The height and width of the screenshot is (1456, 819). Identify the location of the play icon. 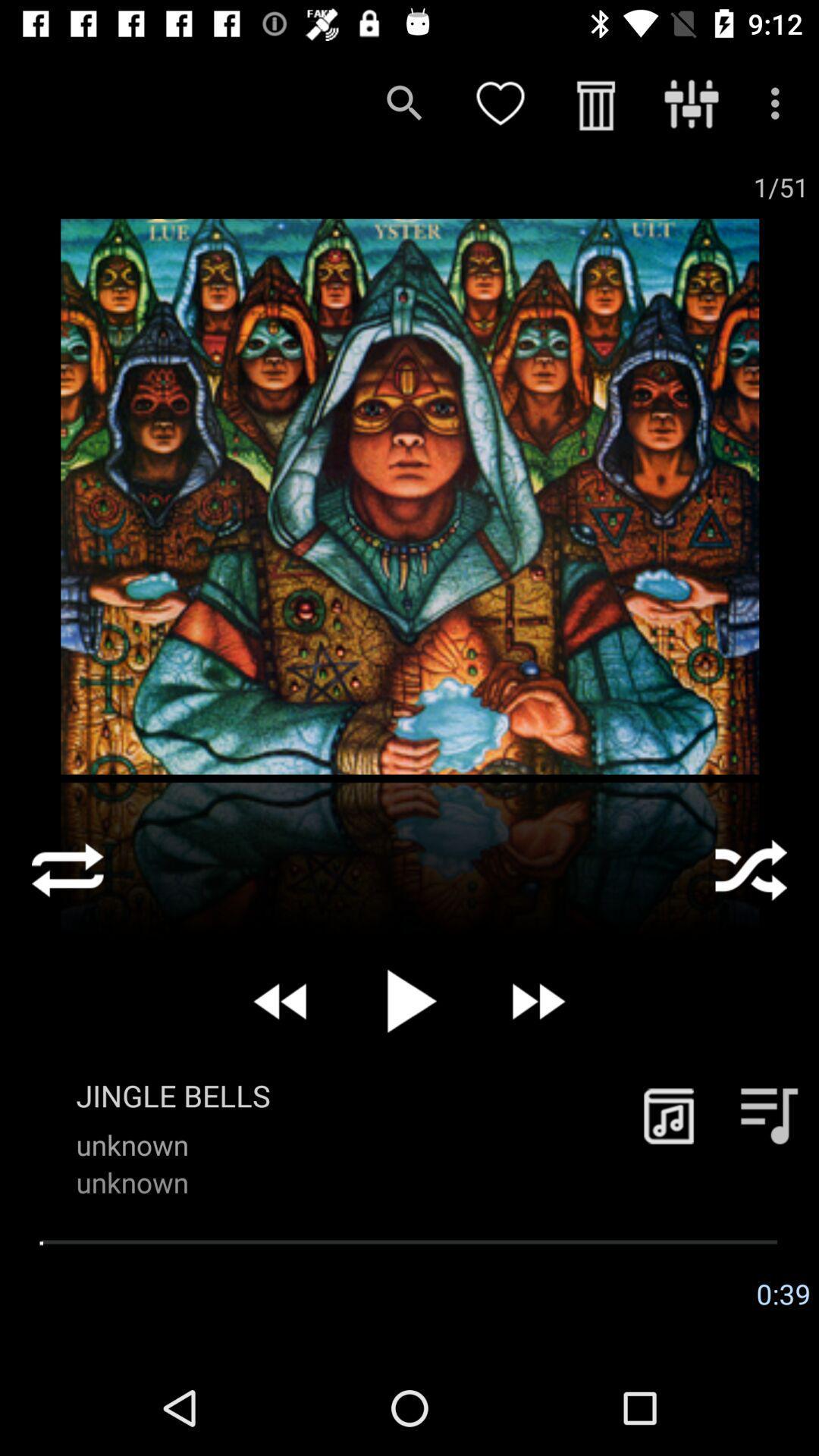
(409, 1001).